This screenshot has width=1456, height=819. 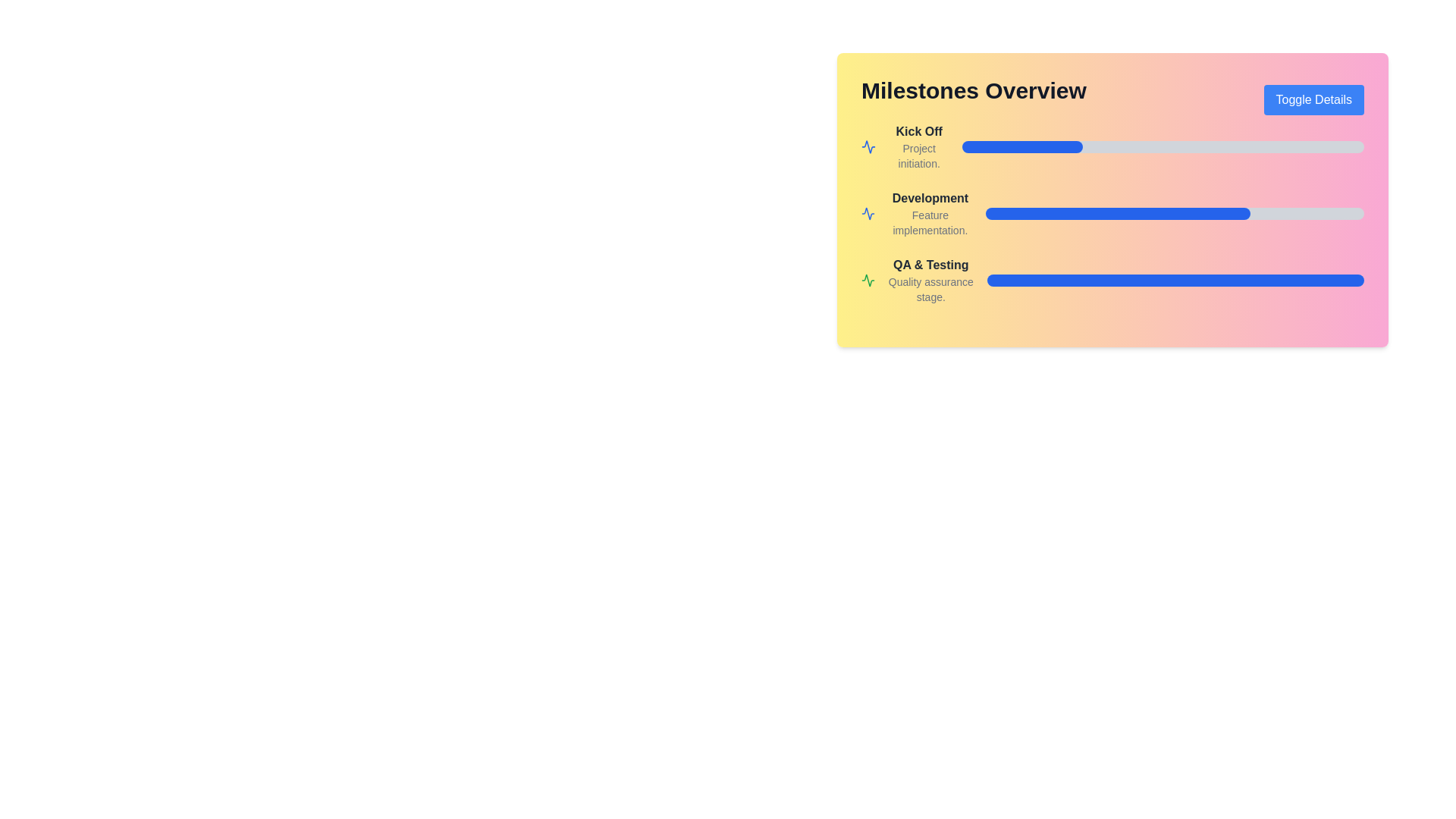 What do you see at coordinates (868, 146) in the screenshot?
I see `the 'Kick Off' icon in the 'Milestones Overview' section, which symbolizes the initiation of a project and is positioned to the left of the 'Kick Off' text` at bounding box center [868, 146].